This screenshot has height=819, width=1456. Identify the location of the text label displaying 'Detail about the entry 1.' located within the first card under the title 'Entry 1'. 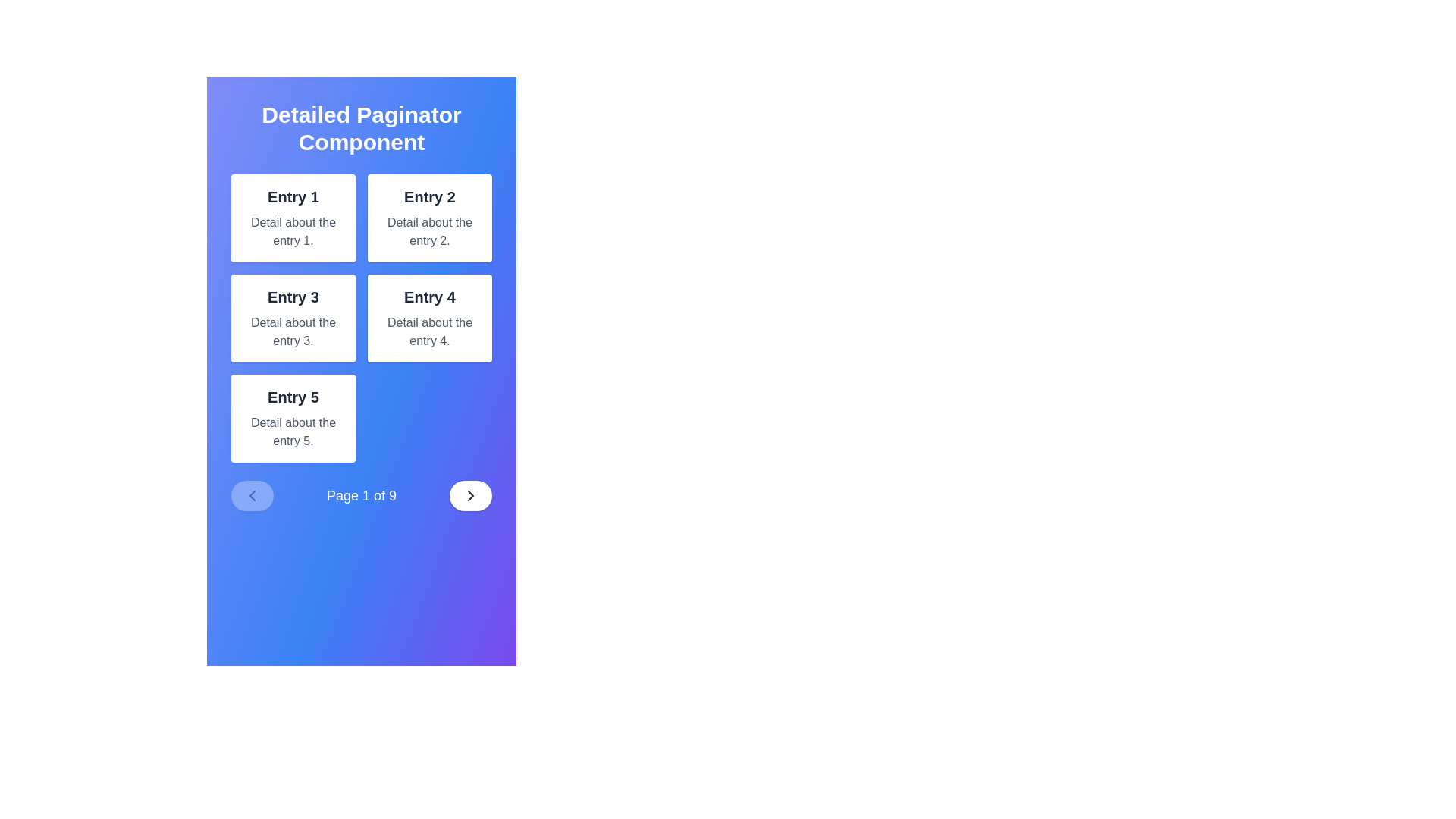
(293, 231).